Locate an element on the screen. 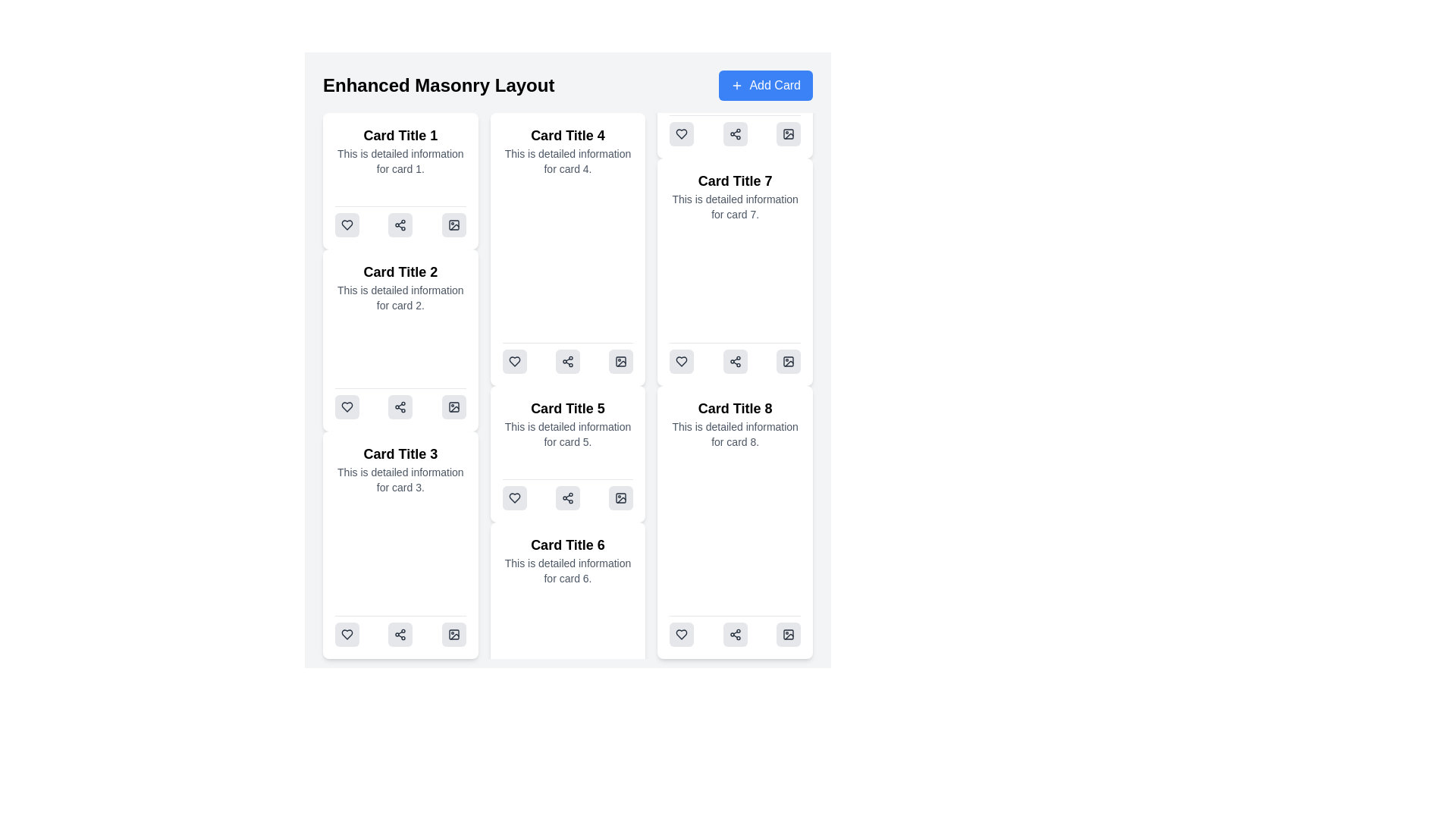  the heart-shaped button icon located at the leftmost position in the row beneath 'Card Title 1' is located at coordinates (346, 225).